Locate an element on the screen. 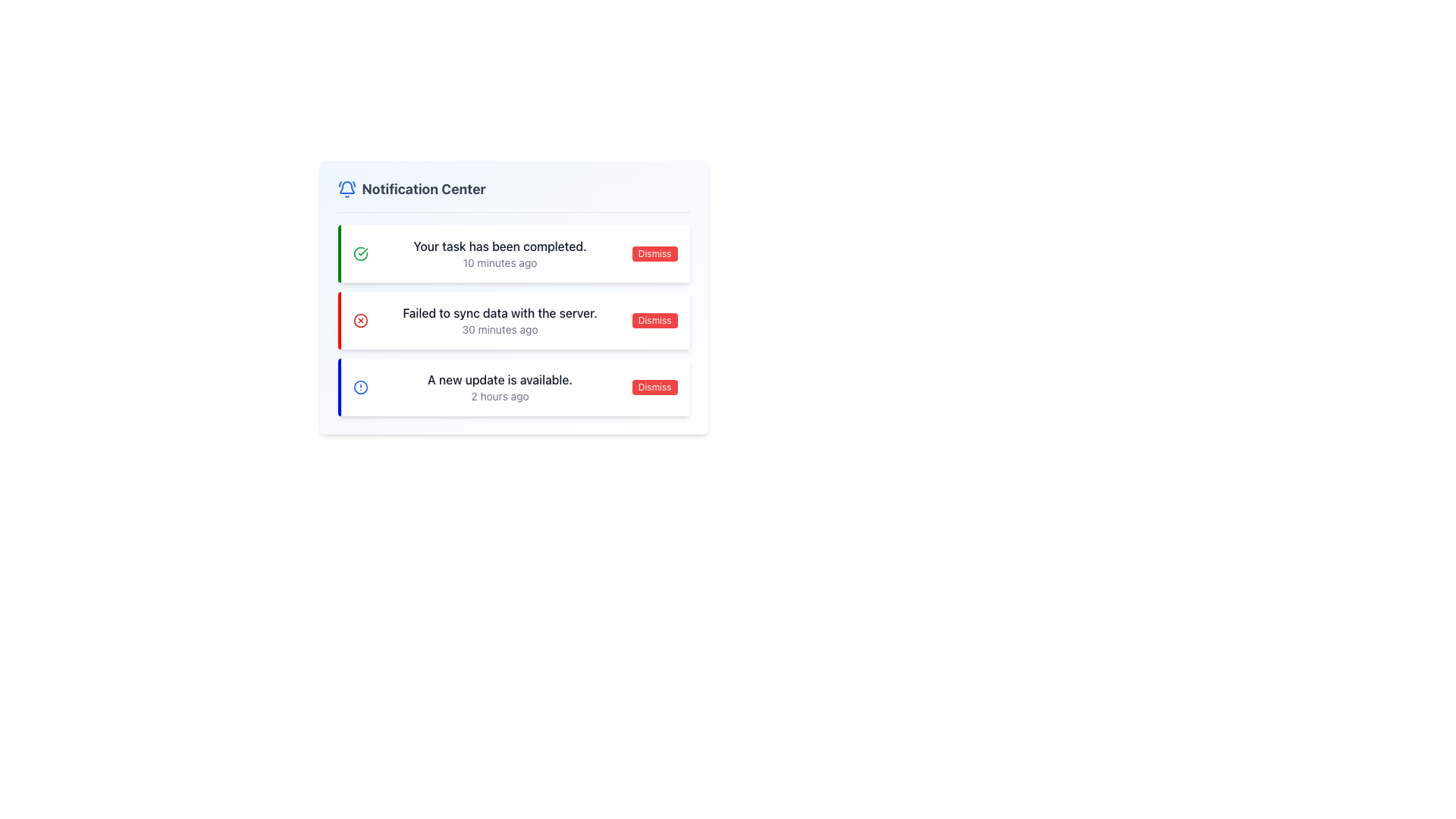 Image resolution: width=1456 pixels, height=819 pixels. bold message 'A new update is available' and the timestamp '2 hours ago' from the third notification block in the Notification Center is located at coordinates (513, 386).